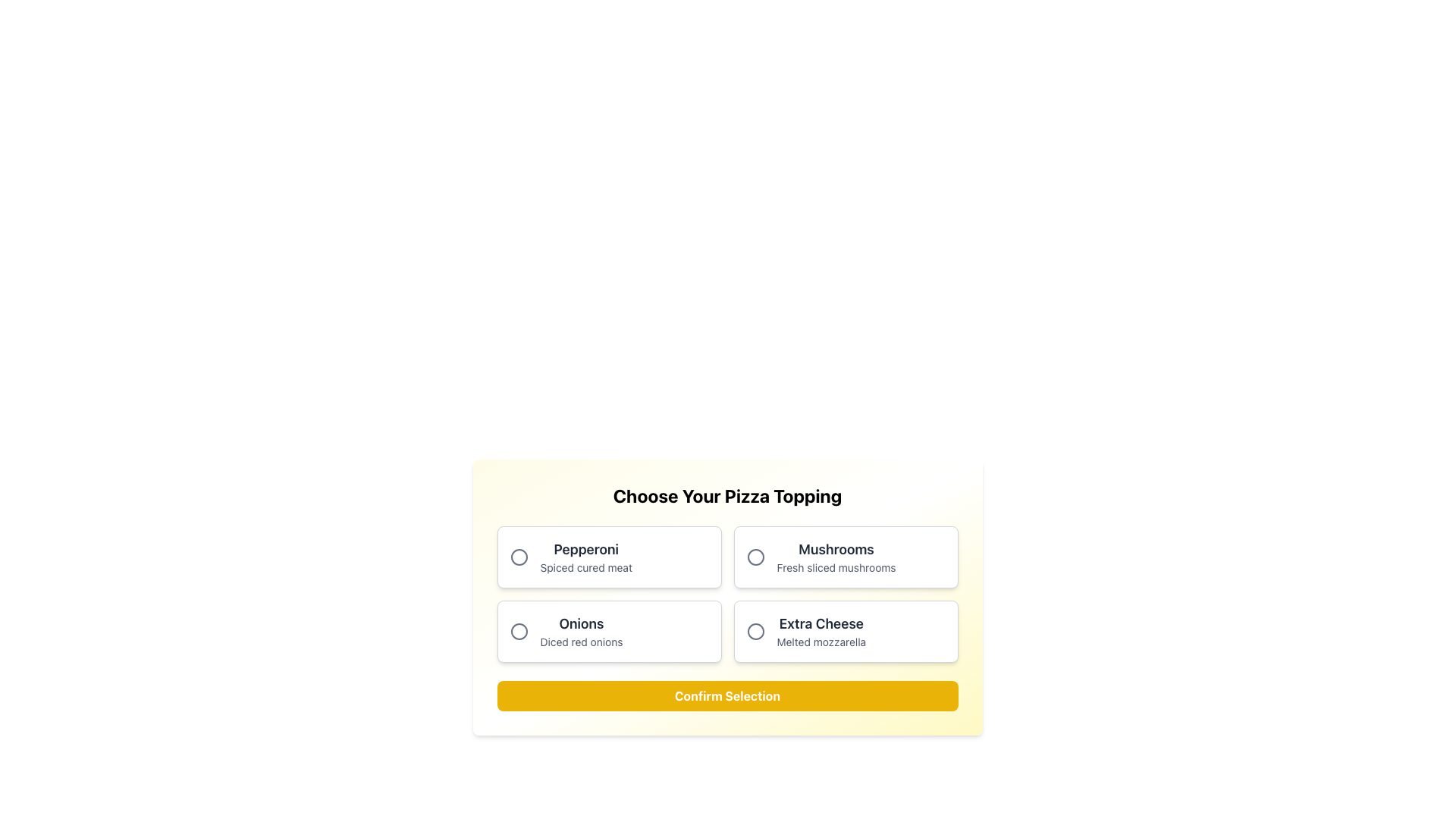 This screenshot has width=1456, height=819. What do you see at coordinates (519, 632) in the screenshot?
I see `the radio button for the 'Onions' topping located on the left side of the option card in the pizza toppings selection grid` at bounding box center [519, 632].